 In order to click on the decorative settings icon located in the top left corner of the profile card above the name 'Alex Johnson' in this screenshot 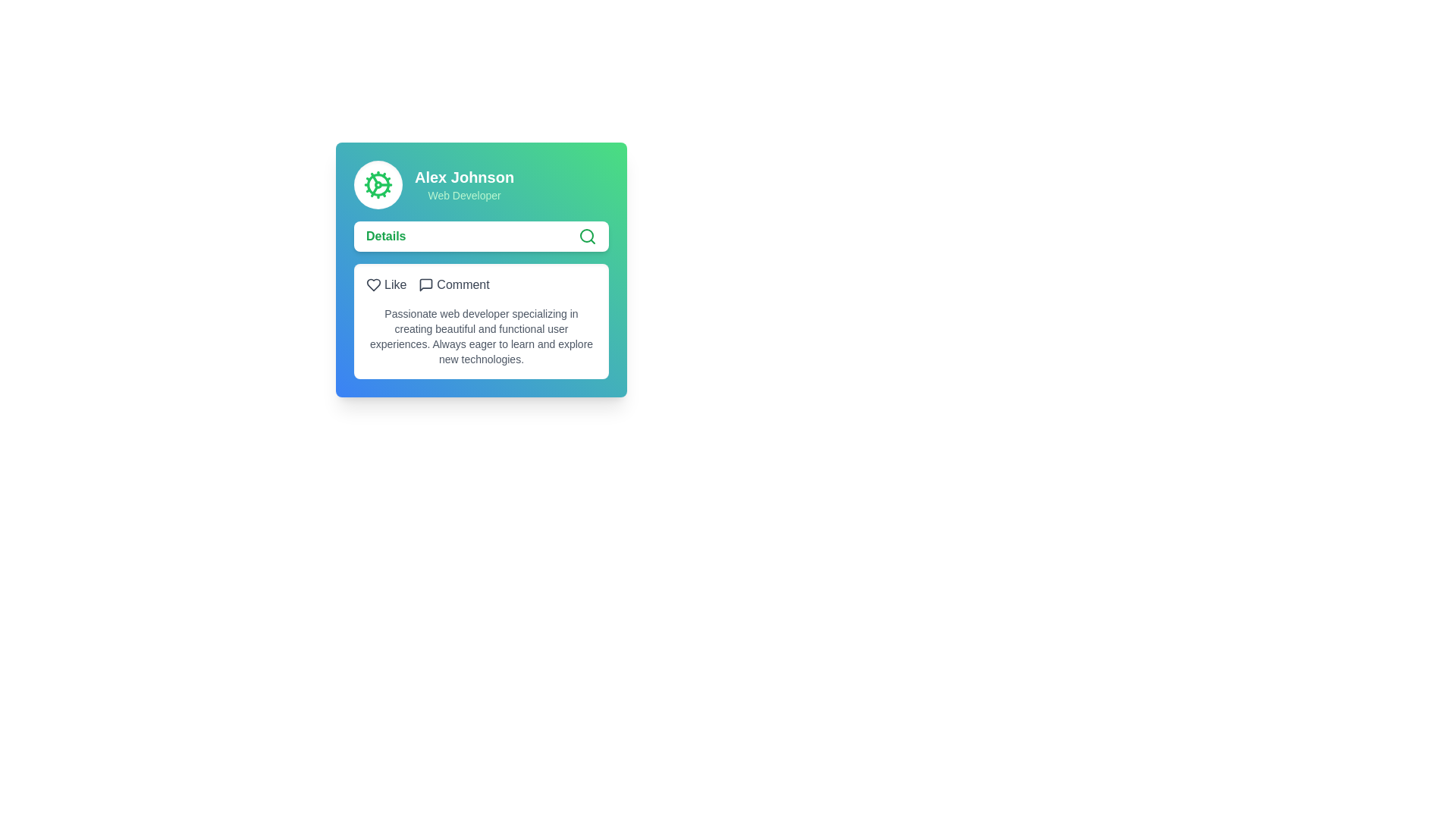, I will do `click(378, 184)`.